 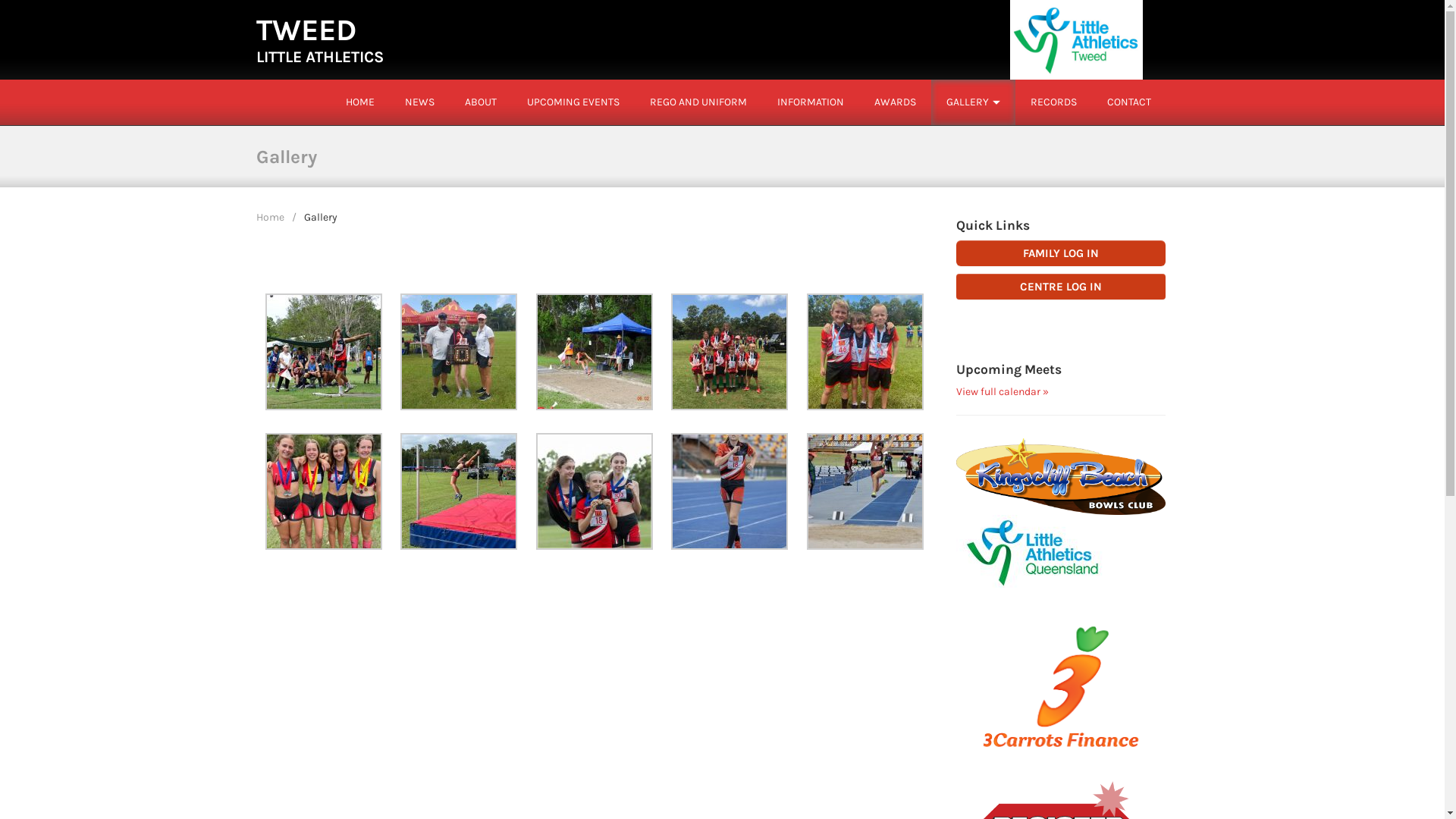 What do you see at coordinates (359, 102) in the screenshot?
I see `'HOME'` at bounding box center [359, 102].